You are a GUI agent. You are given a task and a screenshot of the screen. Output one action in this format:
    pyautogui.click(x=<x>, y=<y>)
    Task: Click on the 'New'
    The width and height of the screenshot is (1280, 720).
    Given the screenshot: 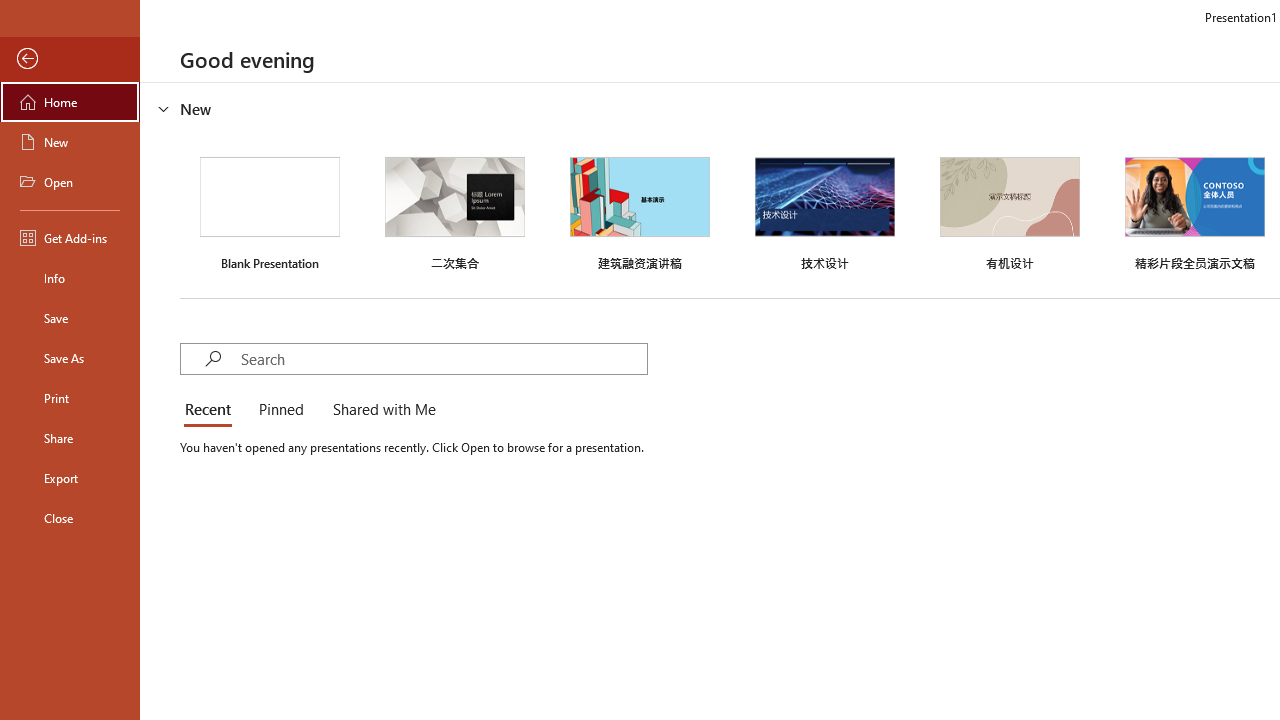 What is the action you would take?
    pyautogui.click(x=69, y=140)
    